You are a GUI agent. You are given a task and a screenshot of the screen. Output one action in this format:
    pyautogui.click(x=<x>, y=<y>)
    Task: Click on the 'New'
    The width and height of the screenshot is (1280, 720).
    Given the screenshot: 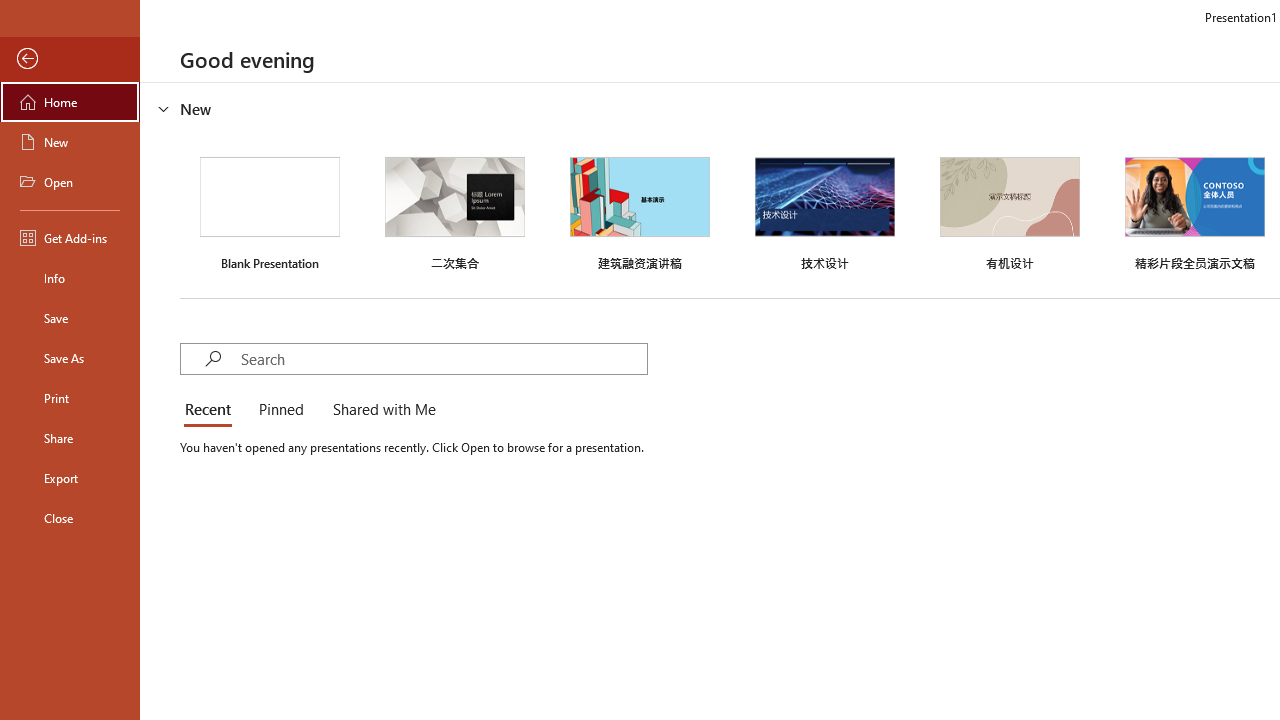 What is the action you would take?
    pyautogui.click(x=69, y=140)
    